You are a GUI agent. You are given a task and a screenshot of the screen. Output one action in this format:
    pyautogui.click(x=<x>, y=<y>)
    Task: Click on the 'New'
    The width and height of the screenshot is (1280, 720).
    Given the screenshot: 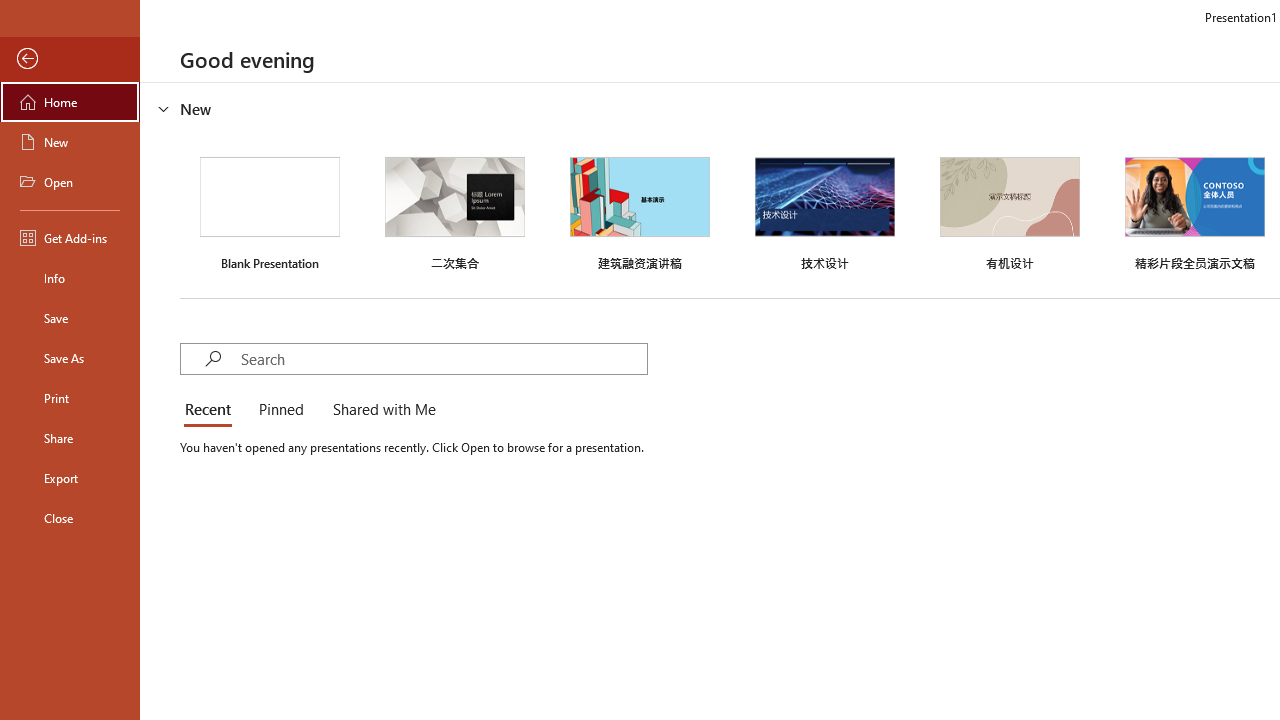 What is the action you would take?
    pyautogui.click(x=69, y=140)
    